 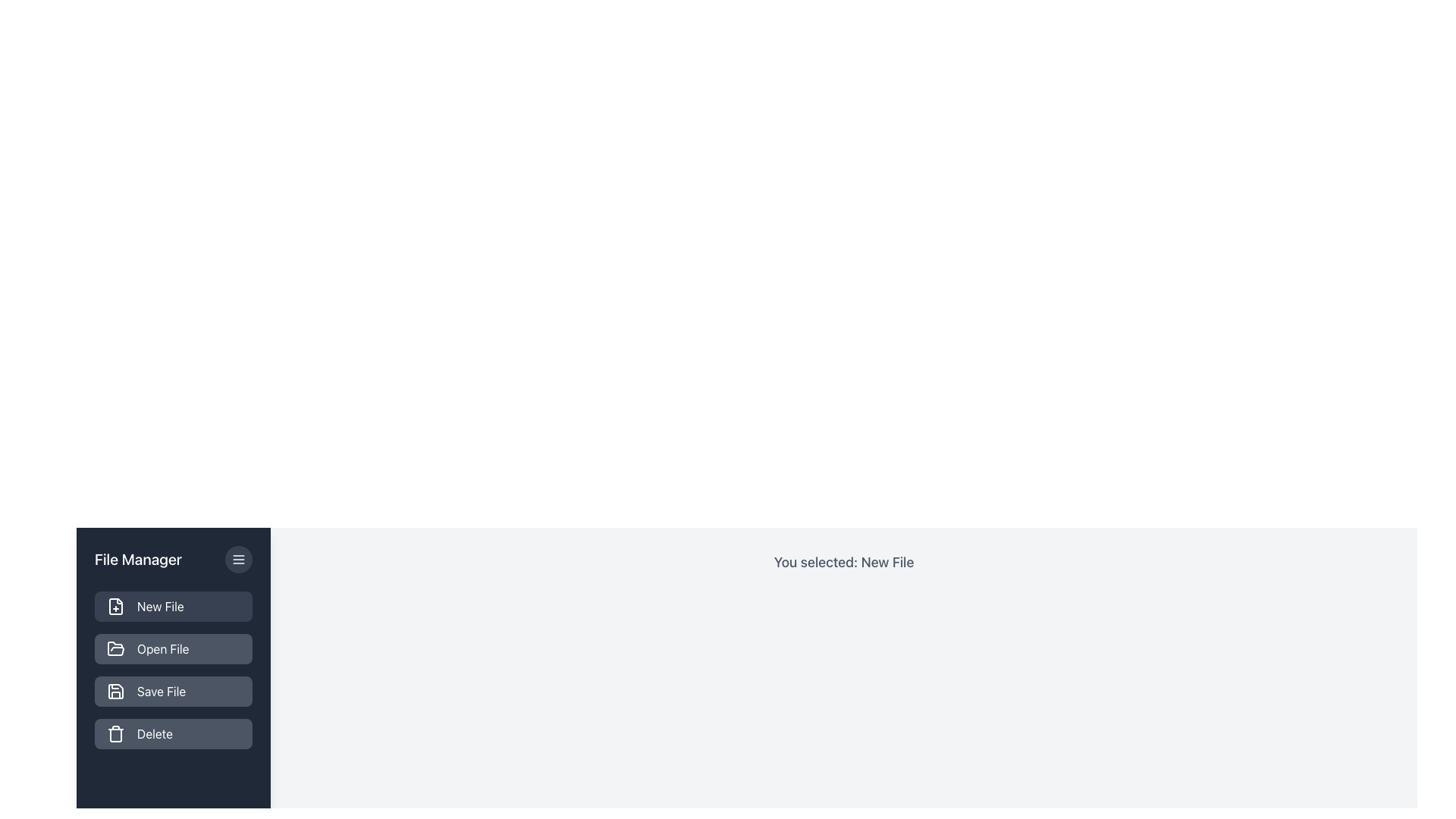 I want to click on the 'New File' button located in the sidebar menu, which is the first button in a vertical list of file actions, so click(x=174, y=605).